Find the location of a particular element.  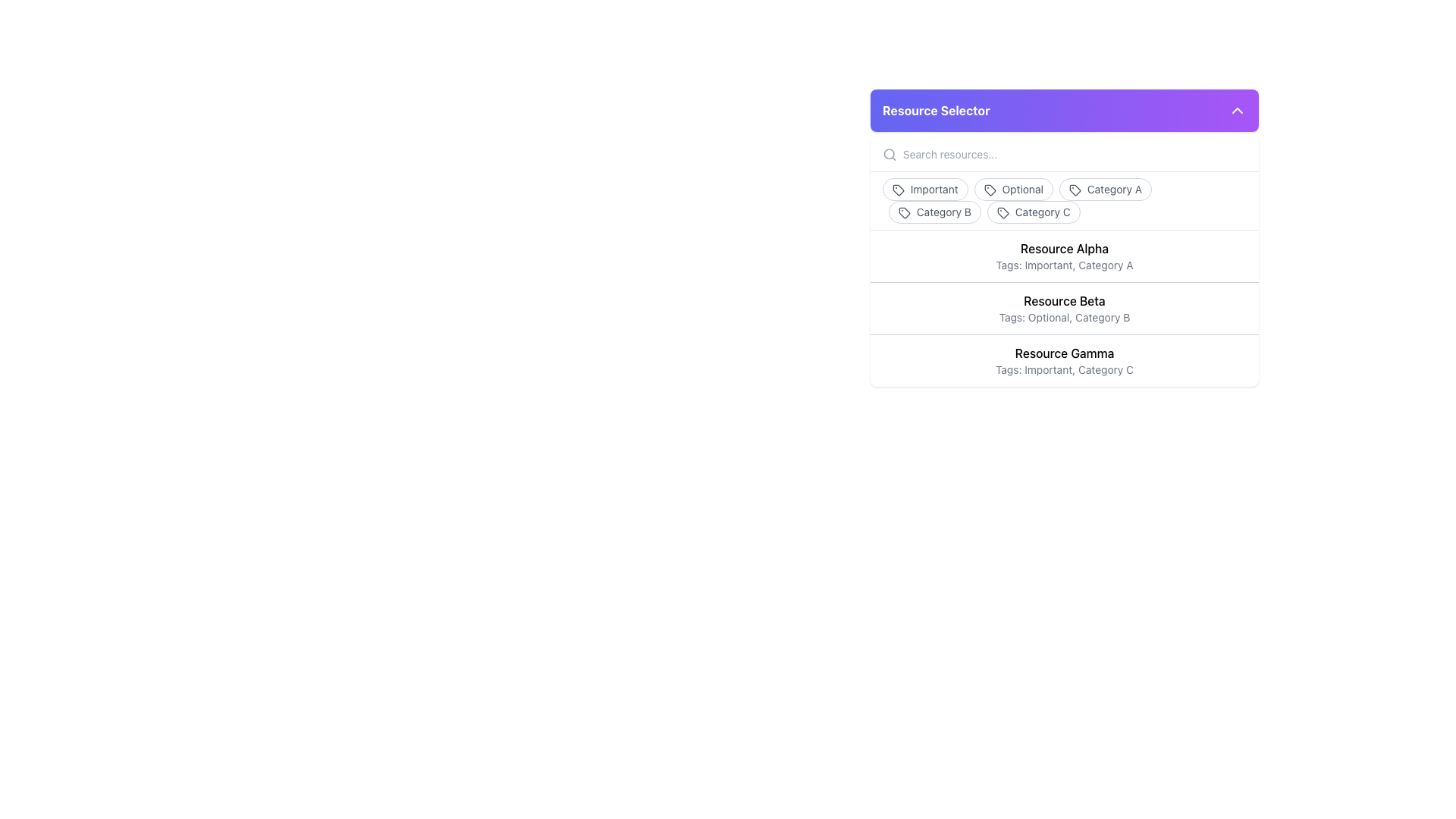

the 'Category C' tag within the group of interactive tags located below the 'Search resources...' input field is located at coordinates (1063, 199).